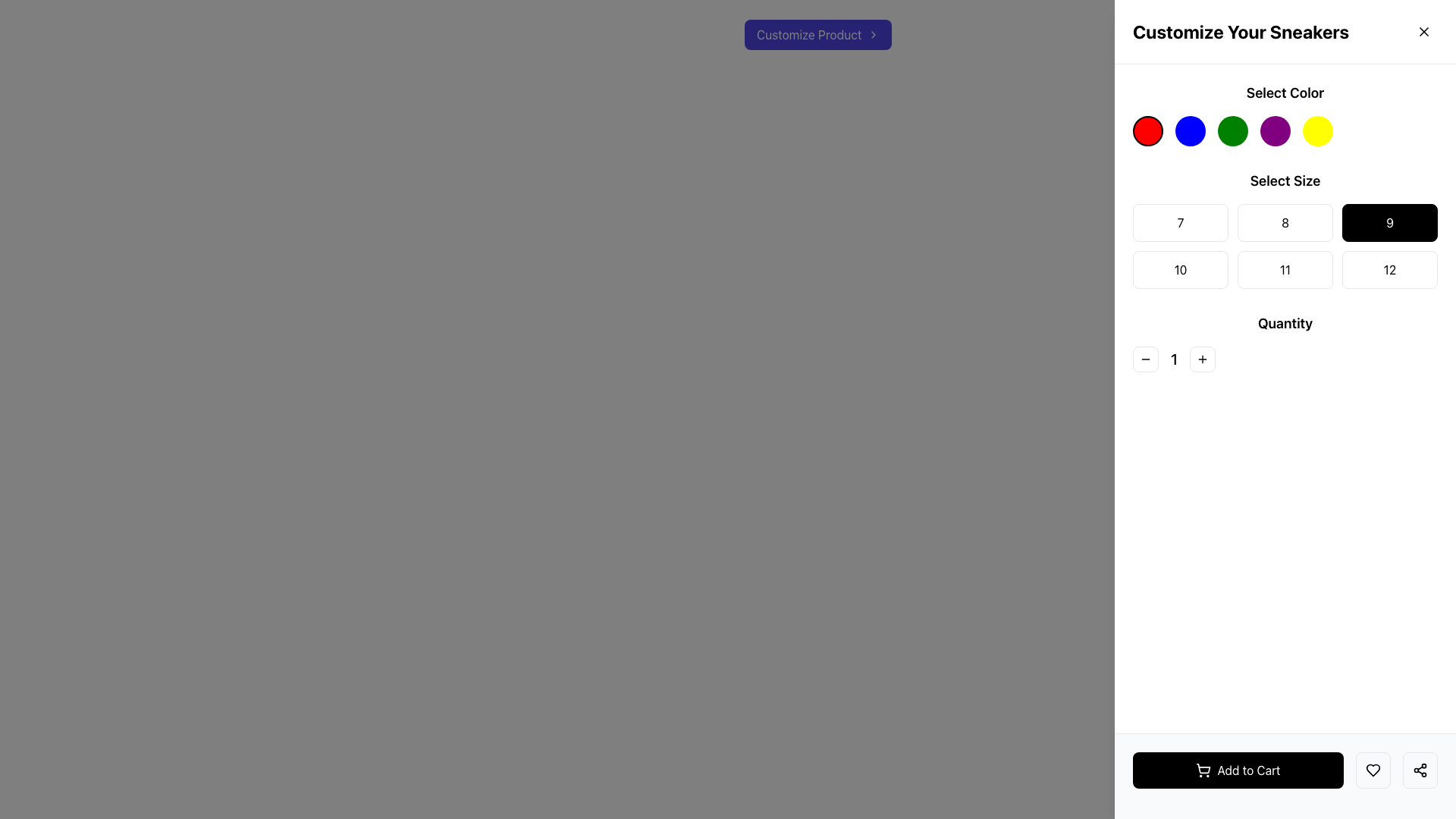 The width and height of the screenshot is (1456, 819). What do you see at coordinates (1179, 222) in the screenshot?
I see `the button labeled '7' at the top left of the grid` at bounding box center [1179, 222].